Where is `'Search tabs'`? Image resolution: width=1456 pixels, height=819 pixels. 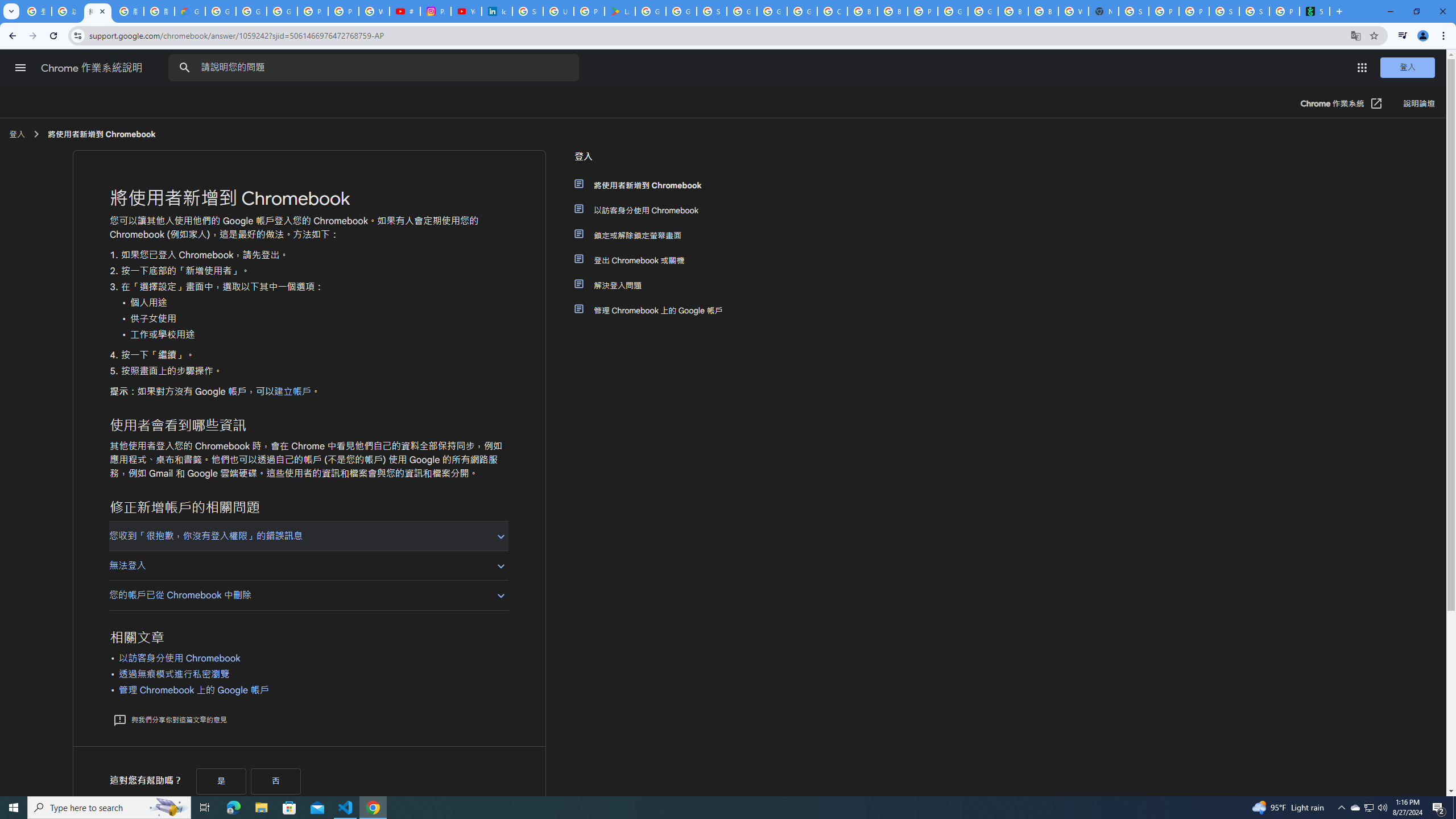
'Search tabs' is located at coordinates (11, 11).